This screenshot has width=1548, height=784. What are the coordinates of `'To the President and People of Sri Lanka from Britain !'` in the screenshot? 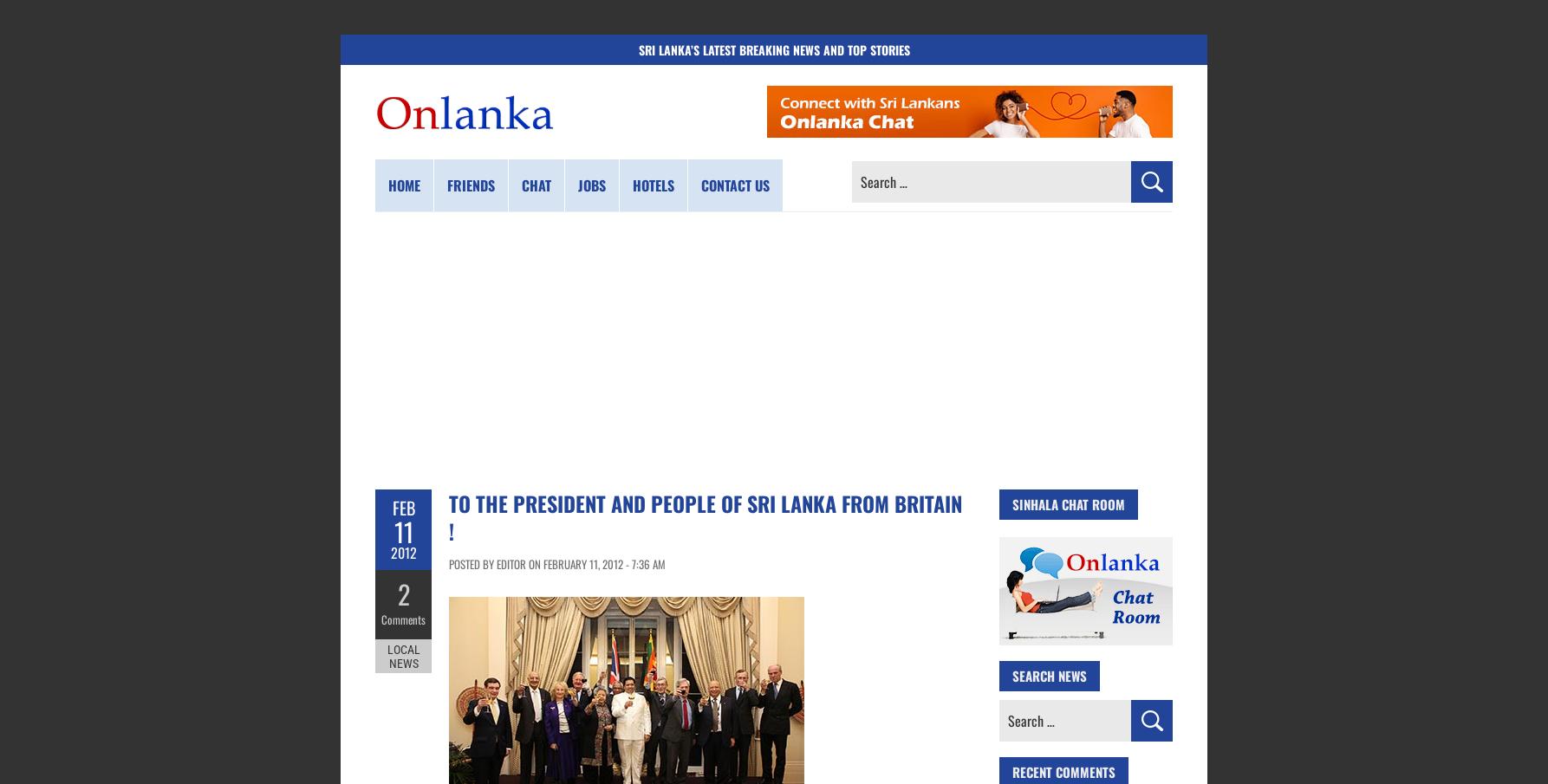 It's located at (705, 517).